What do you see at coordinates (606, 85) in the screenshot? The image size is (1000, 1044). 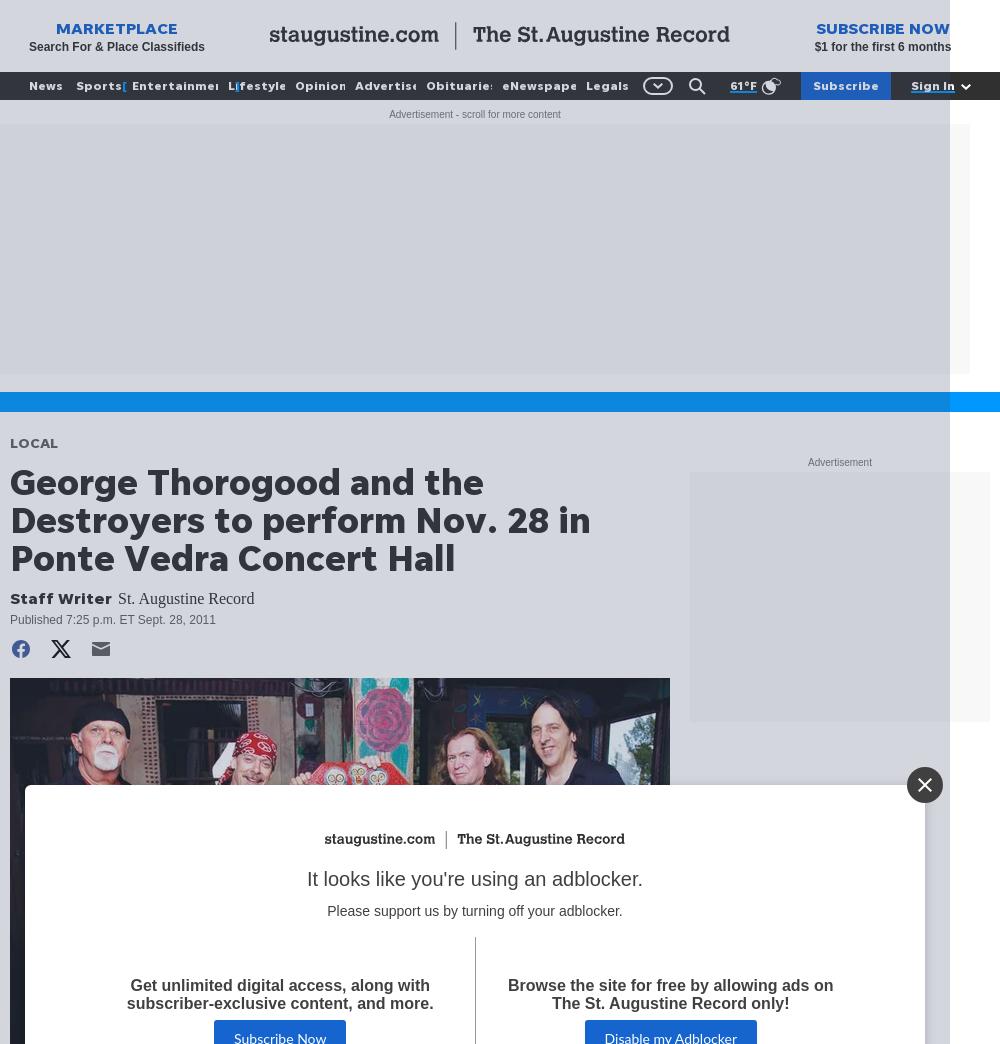 I see `'Legals'` at bounding box center [606, 85].